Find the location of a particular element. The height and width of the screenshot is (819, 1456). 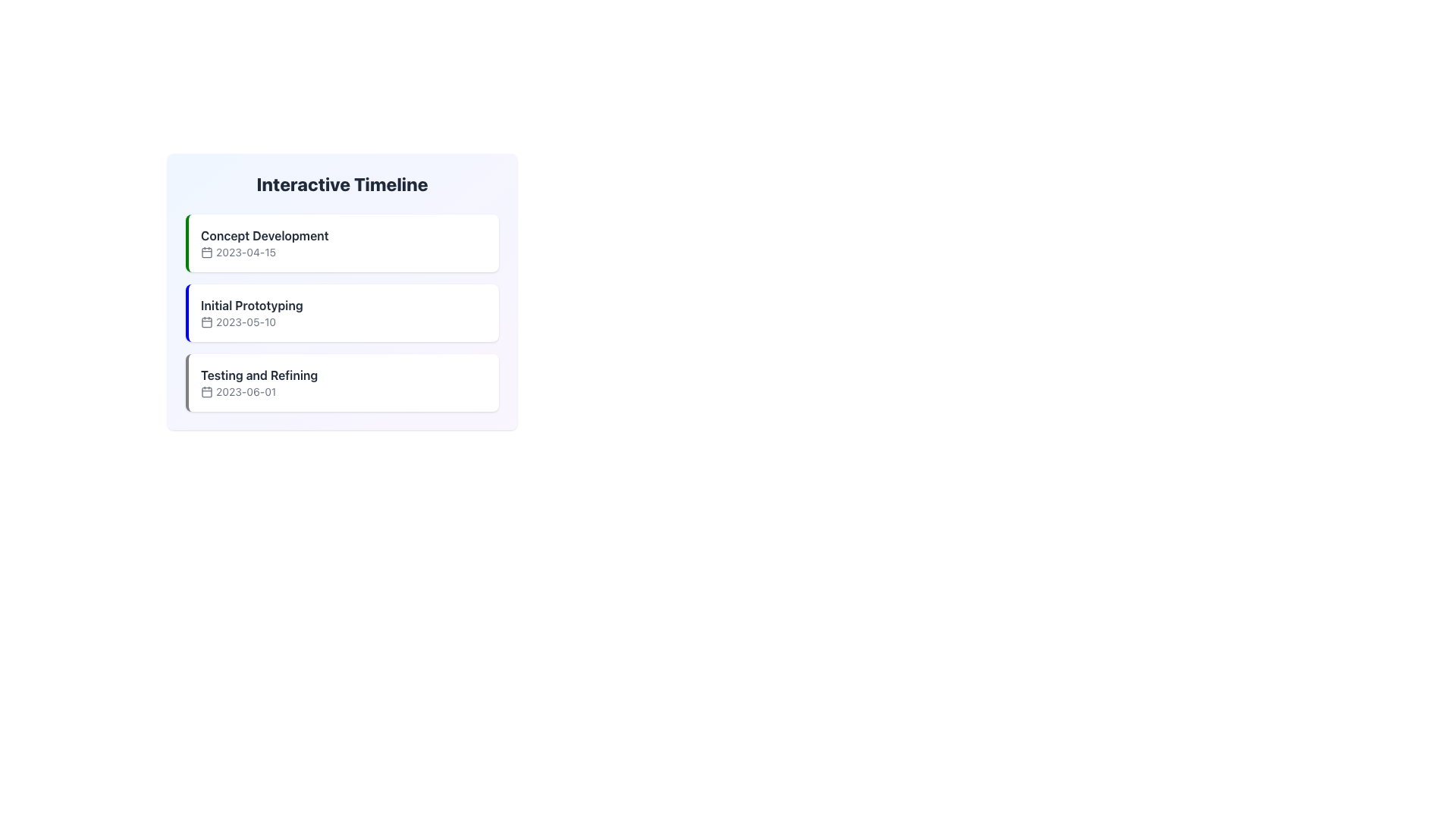

the calendar icon located to the left of the text '2023-05-10' in the second row of the vertical list under the 'Interactive Timeline' section is located at coordinates (206, 321).